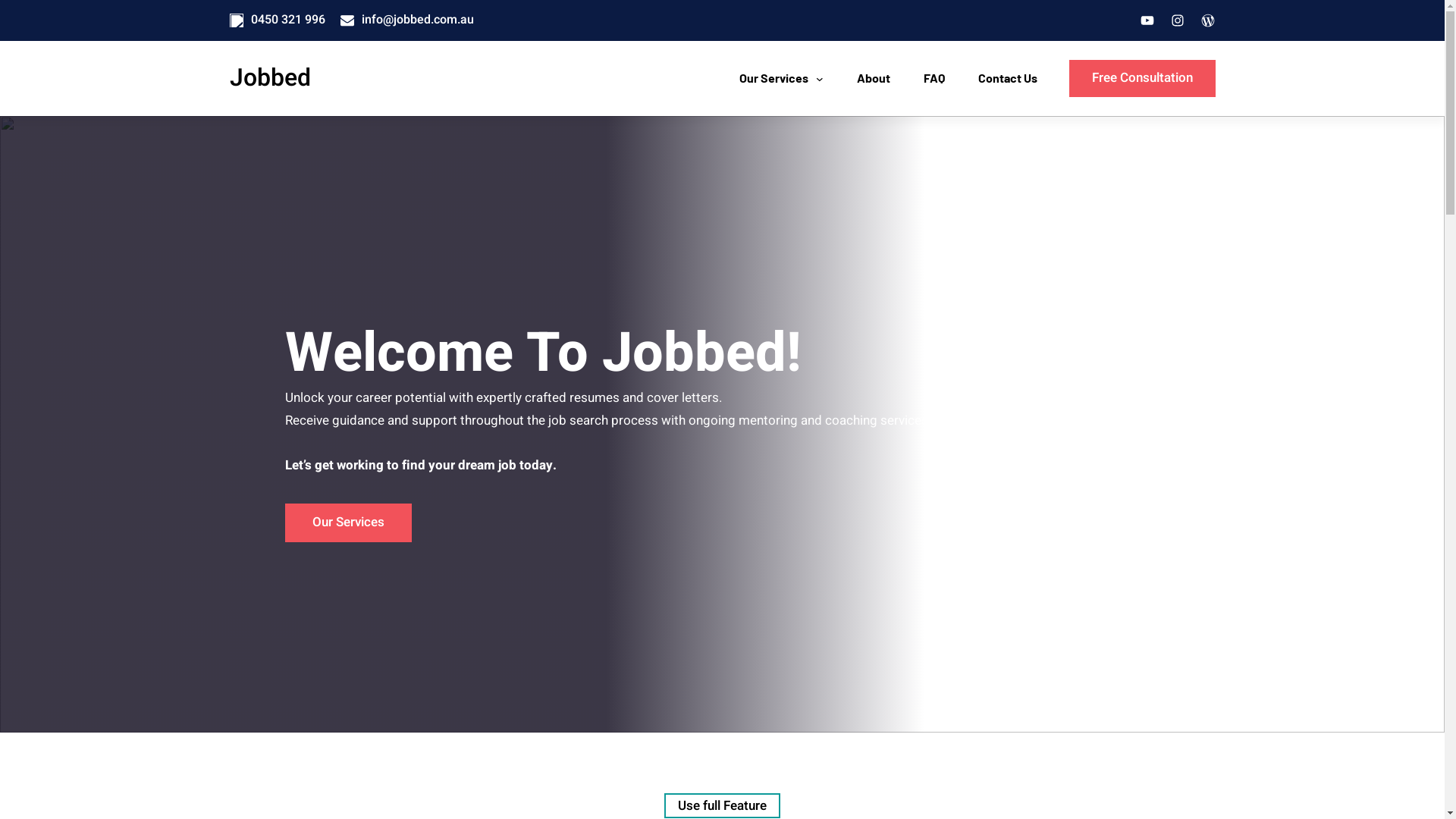 The image size is (1456, 819). Describe the element at coordinates (971, 78) in the screenshot. I see `'Contact Us'` at that location.